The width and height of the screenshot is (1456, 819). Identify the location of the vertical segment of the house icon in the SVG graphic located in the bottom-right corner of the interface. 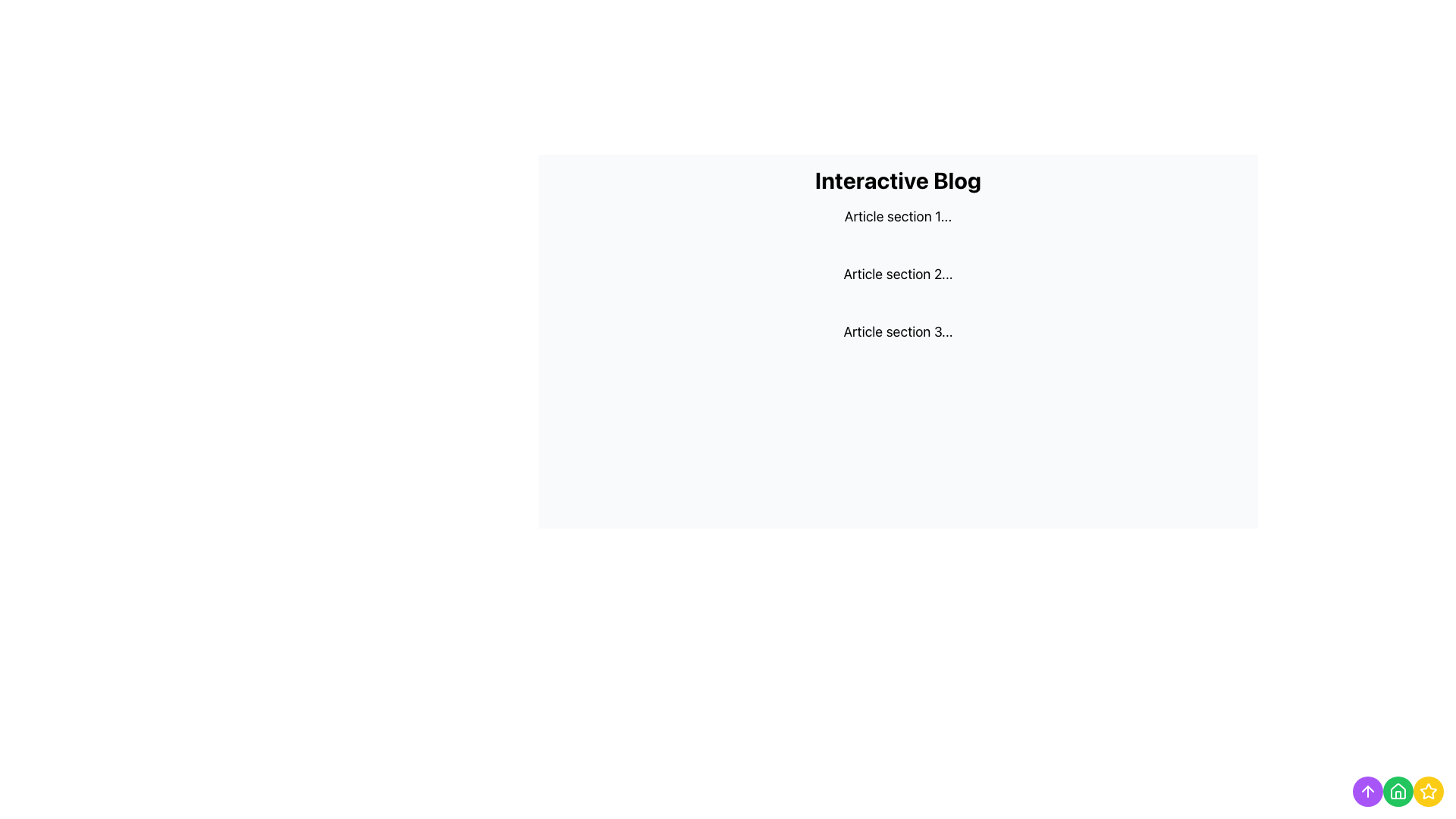
(1397, 794).